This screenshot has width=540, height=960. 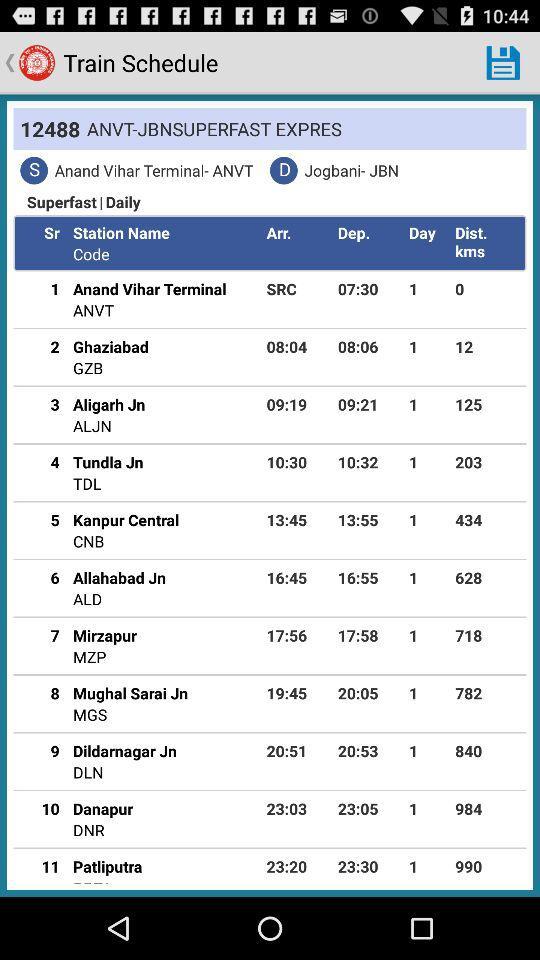 I want to click on app to the left of 23:20 icon, so click(x=107, y=865).